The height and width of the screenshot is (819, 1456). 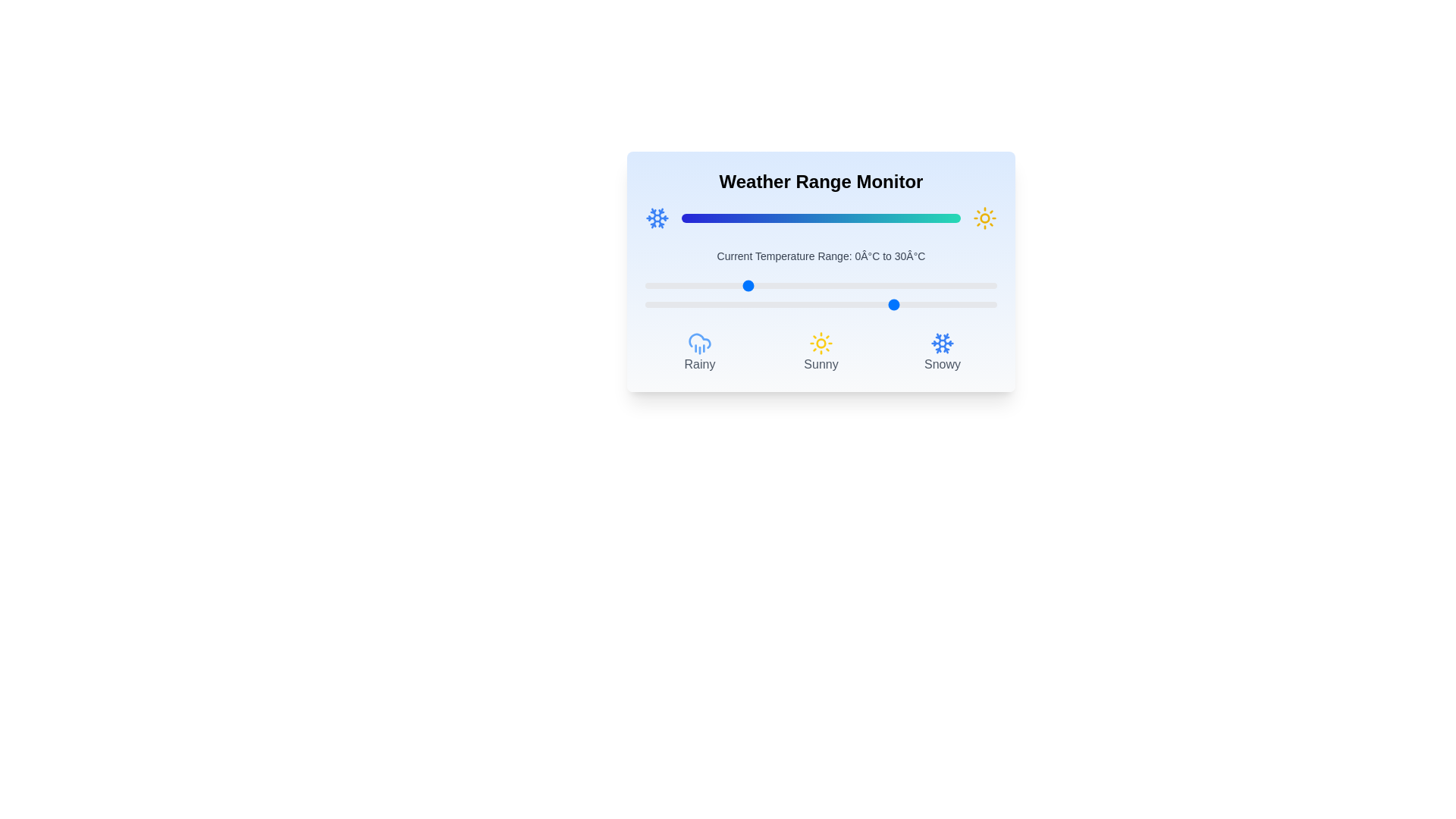 What do you see at coordinates (698, 353) in the screenshot?
I see `the icon indicating rainy weather conditions` at bounding box center [698, 353].